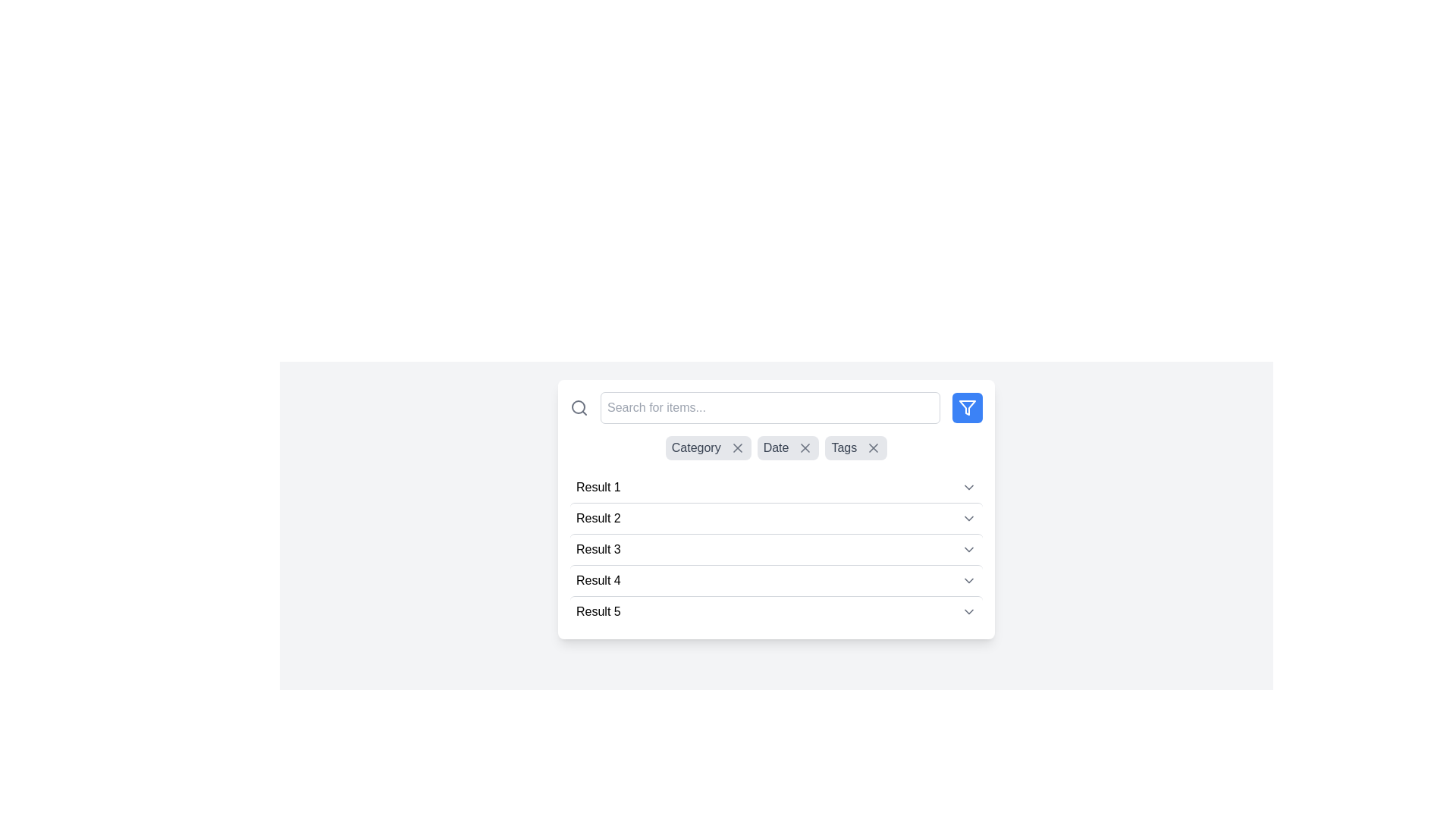  What do you see at coordinates (788, 447) in the screenshot?
I see `the 'X' icon on the removable tag labeled 'Date'` at bounding box center [788, 447].